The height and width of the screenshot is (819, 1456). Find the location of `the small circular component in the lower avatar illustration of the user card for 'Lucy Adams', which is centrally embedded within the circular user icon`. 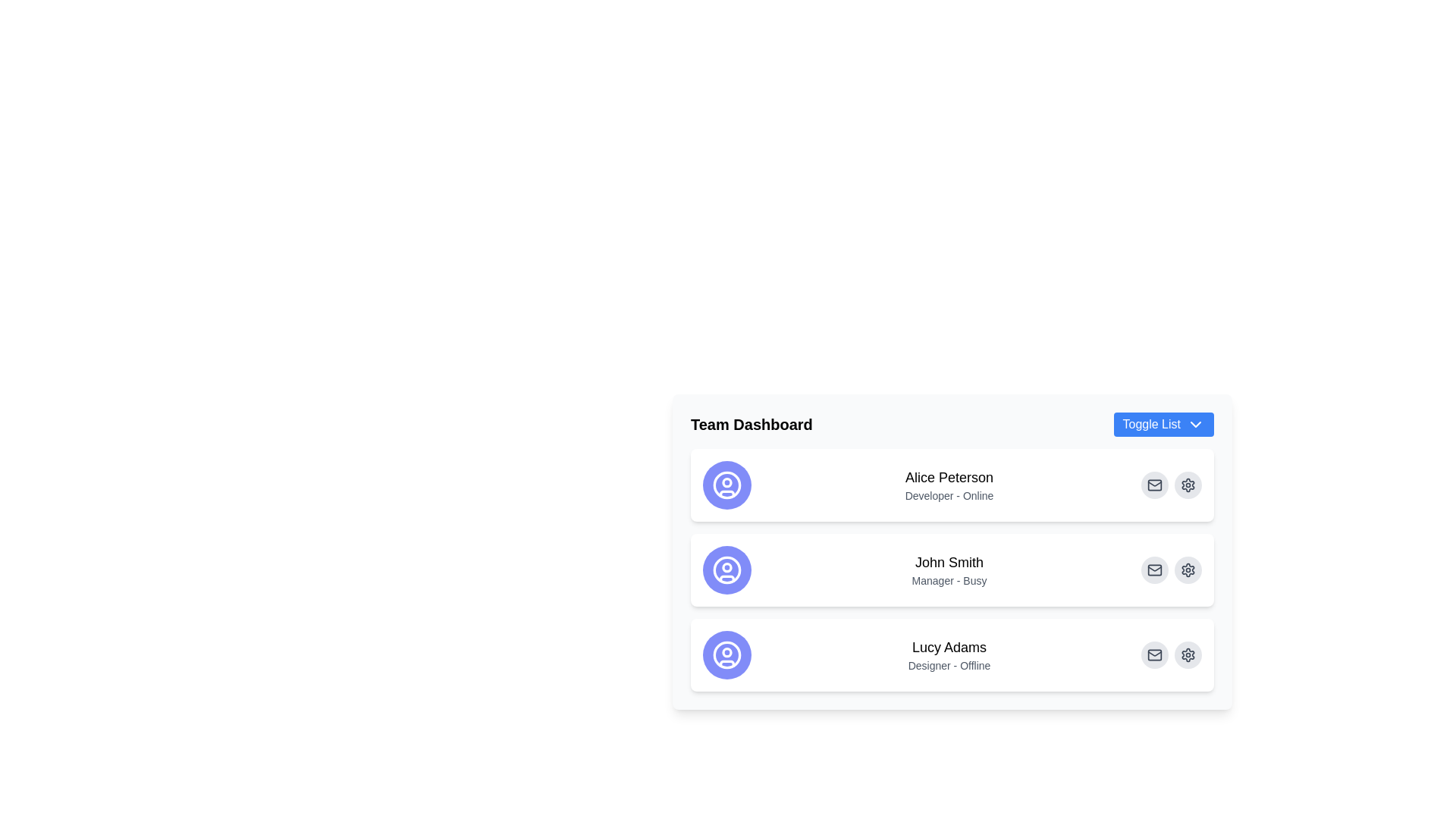

the small circular component in the lower avatar illustration of the user card for 'Lucy Adams', which is centrally embedded within the circular user icon is located at coordinates (726, 651).